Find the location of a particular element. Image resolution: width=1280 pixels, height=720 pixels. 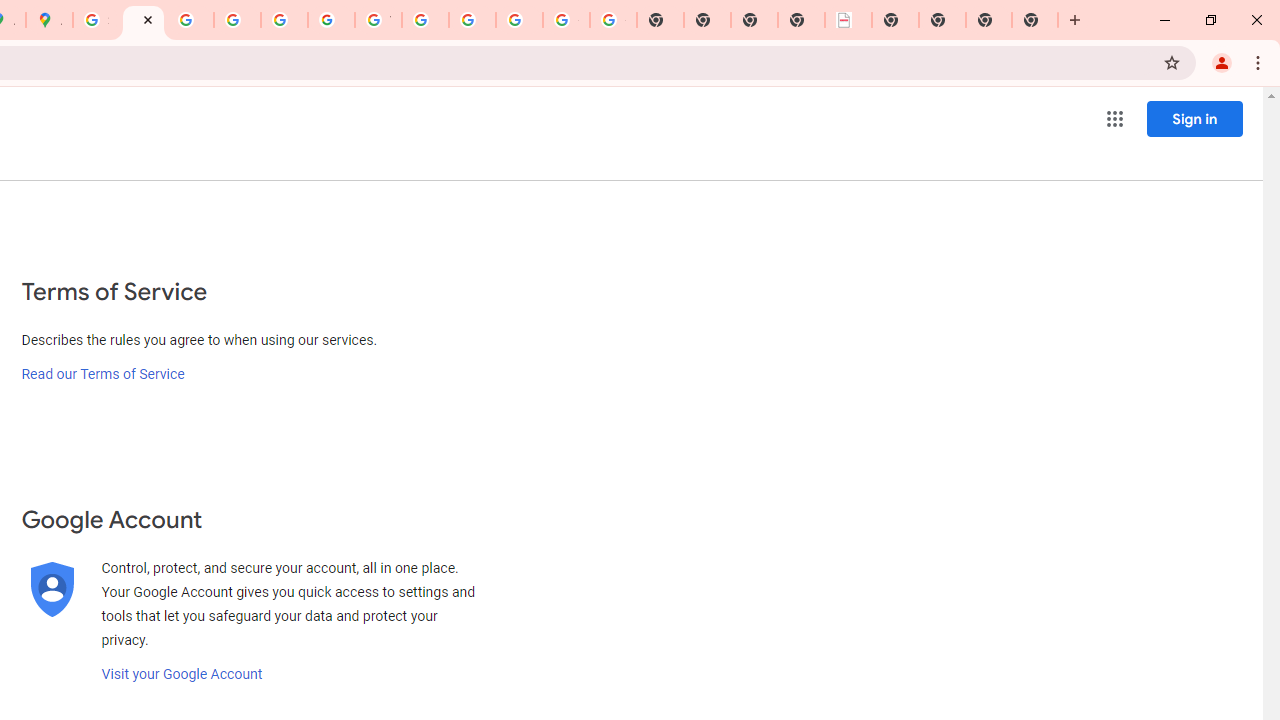

'YouTube' is located at coordinates (378, 20).